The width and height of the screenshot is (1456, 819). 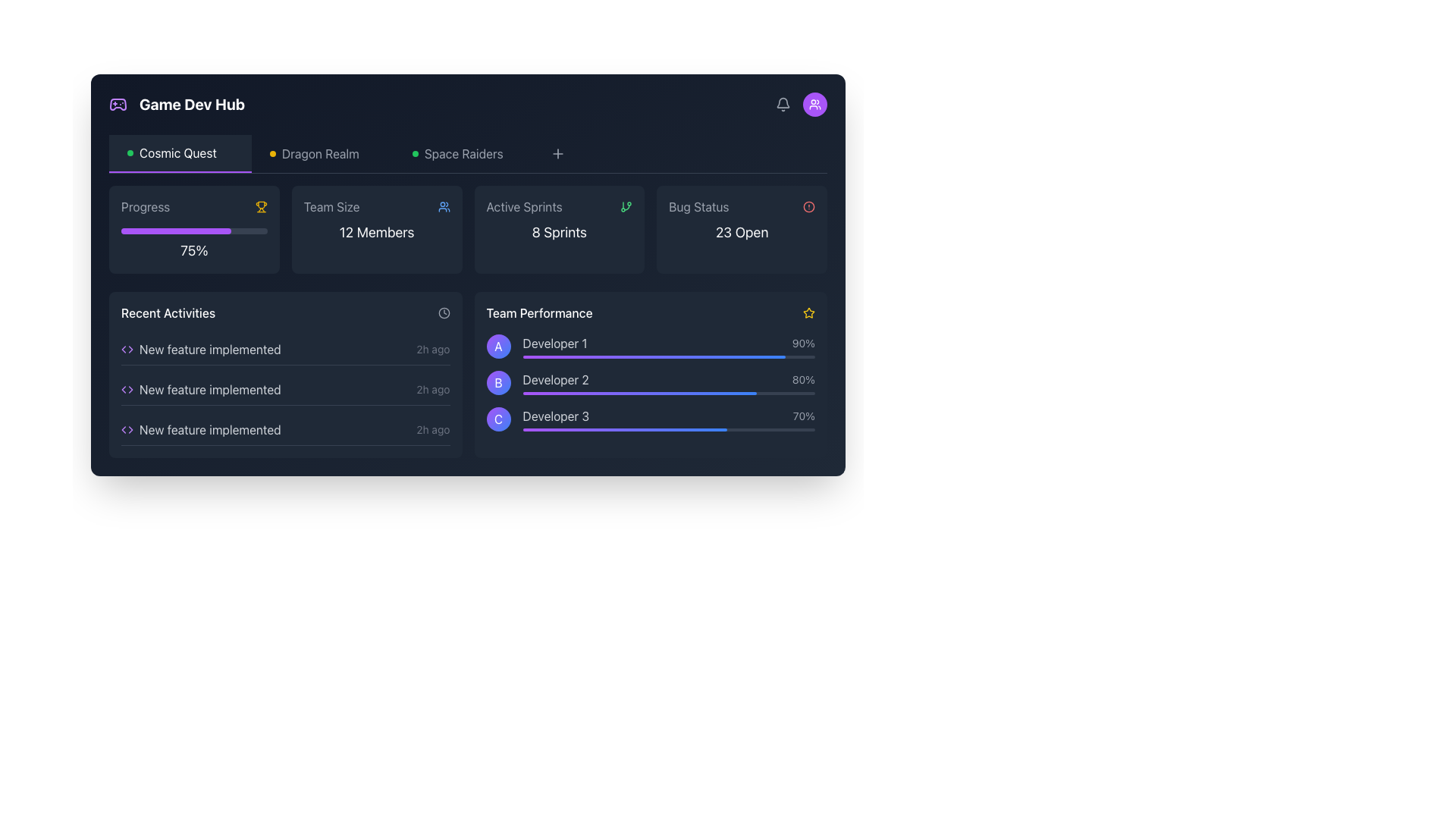 What do you see at coordinates (639, 393) in the screenshot?
I see `gradient progress bar representing 'Developer 2's performance, which is located within the 'Team Performance' section of the dashboard` at bounding box center [639, 393].